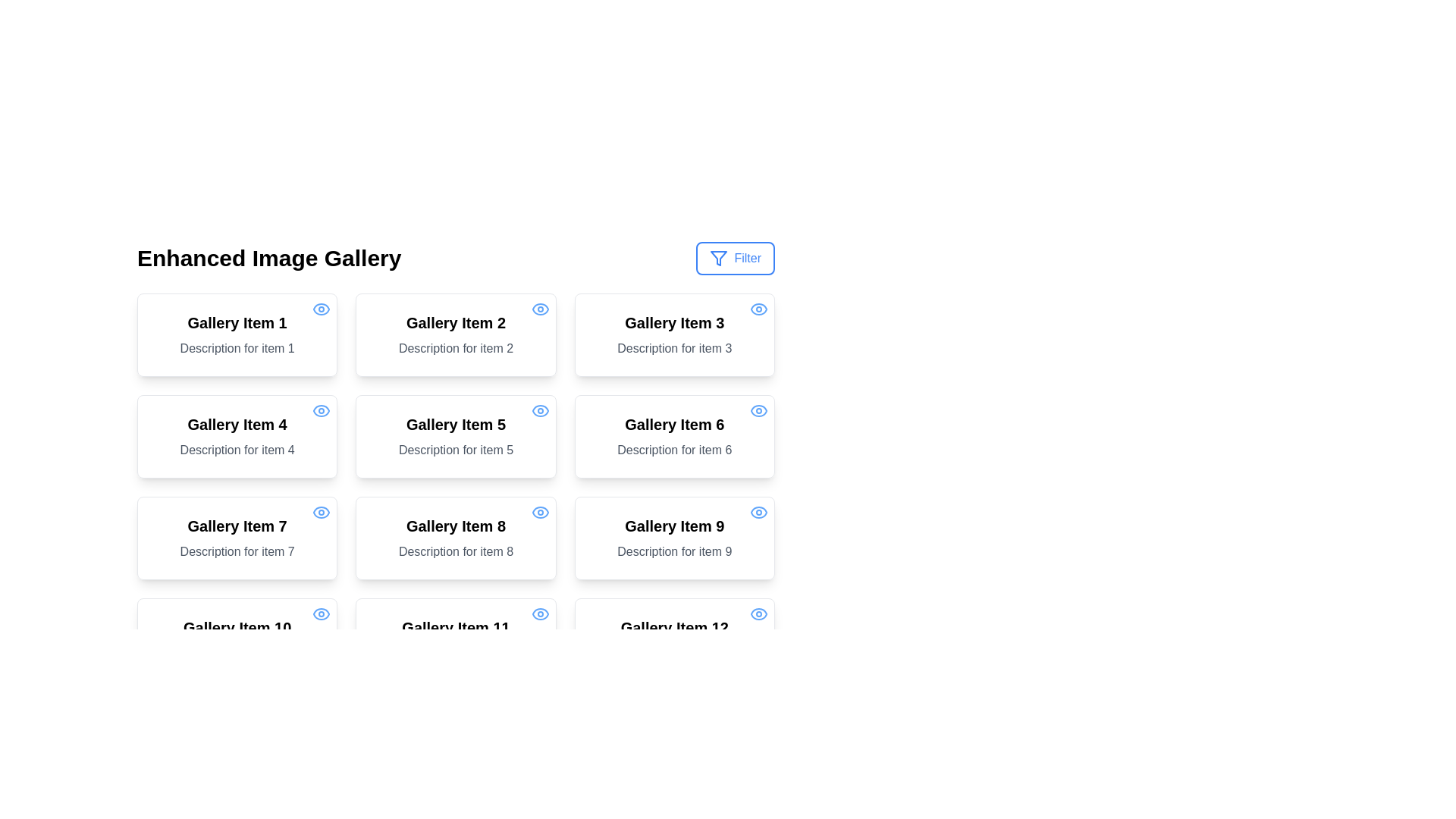 The width and height of the screenshot is (1456, 819). Describe the element at coordinates (673, 322) in the screenshot. I see `the title text of the third card in the image gallery, which serves as a heading for the gallery item` at that location.